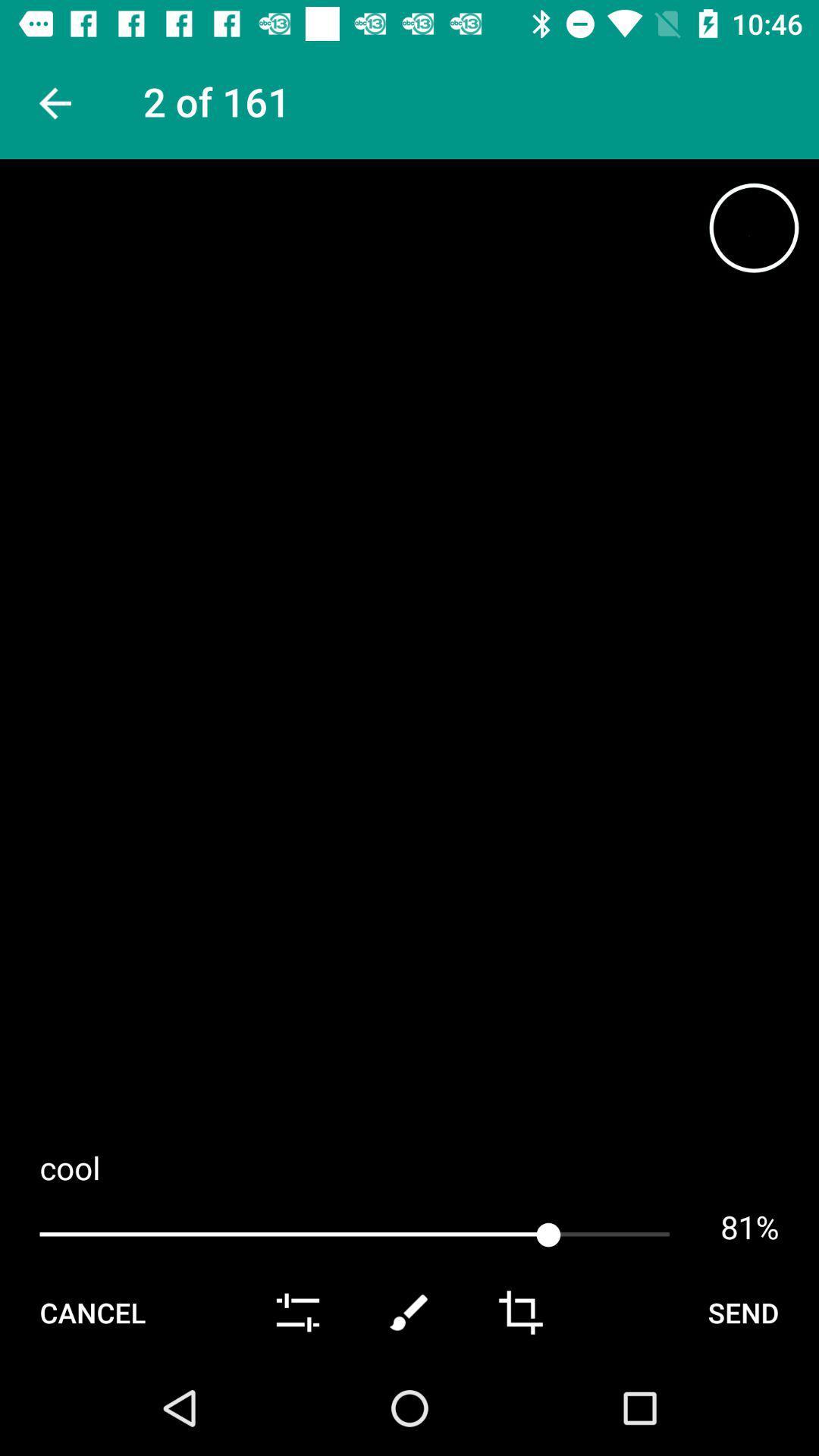 Image resolution: width=819 pixels, height=1456 pixels. Describe the element at coordinates (52, 102) in the screenshot. I see `app above the cool item` at that location.